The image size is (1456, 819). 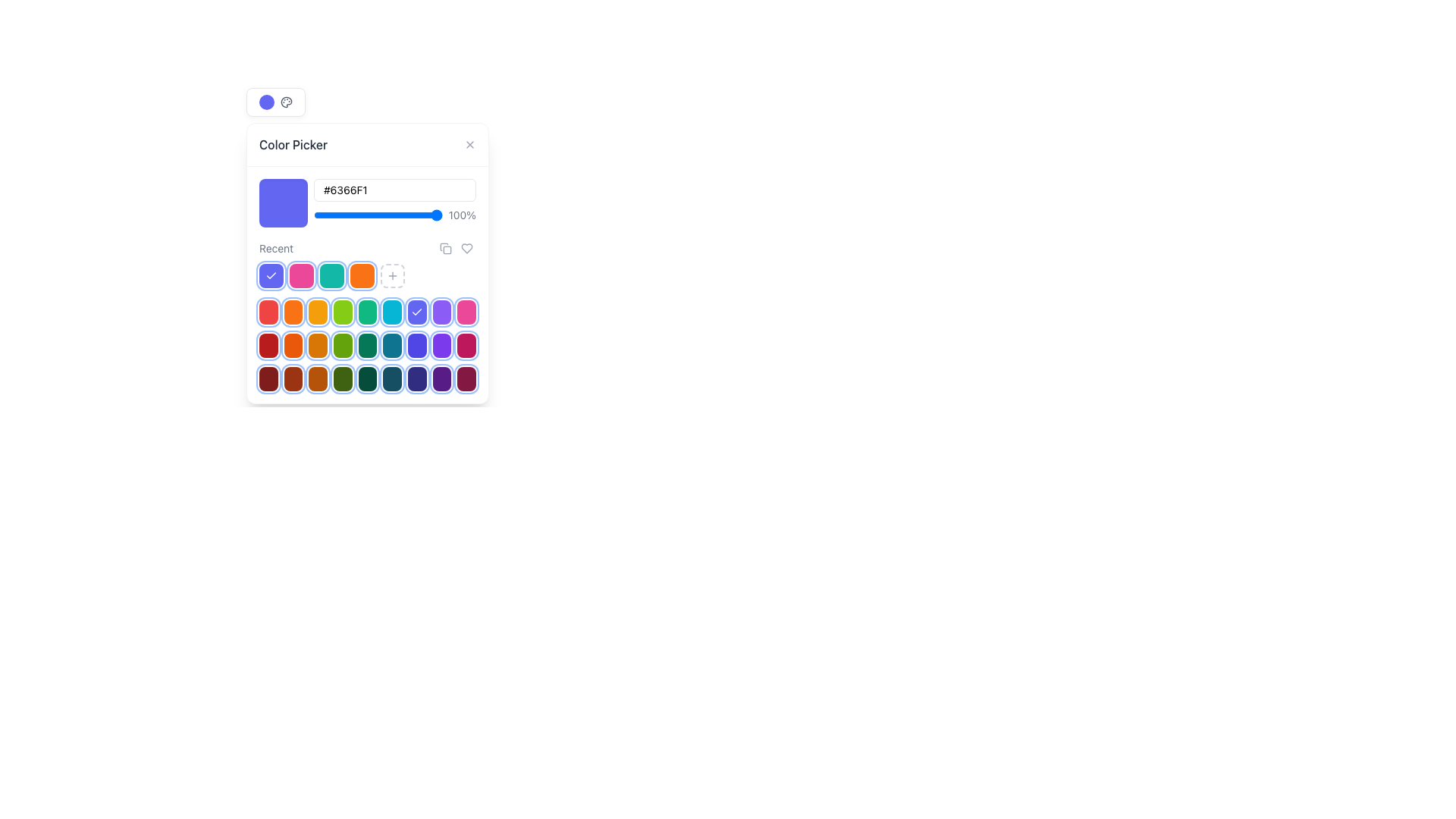 I want to click on the square button with rounded corners and a purple background, which is the ninth button from the left in its row within the color picker interface, so click(x=441, y=312).